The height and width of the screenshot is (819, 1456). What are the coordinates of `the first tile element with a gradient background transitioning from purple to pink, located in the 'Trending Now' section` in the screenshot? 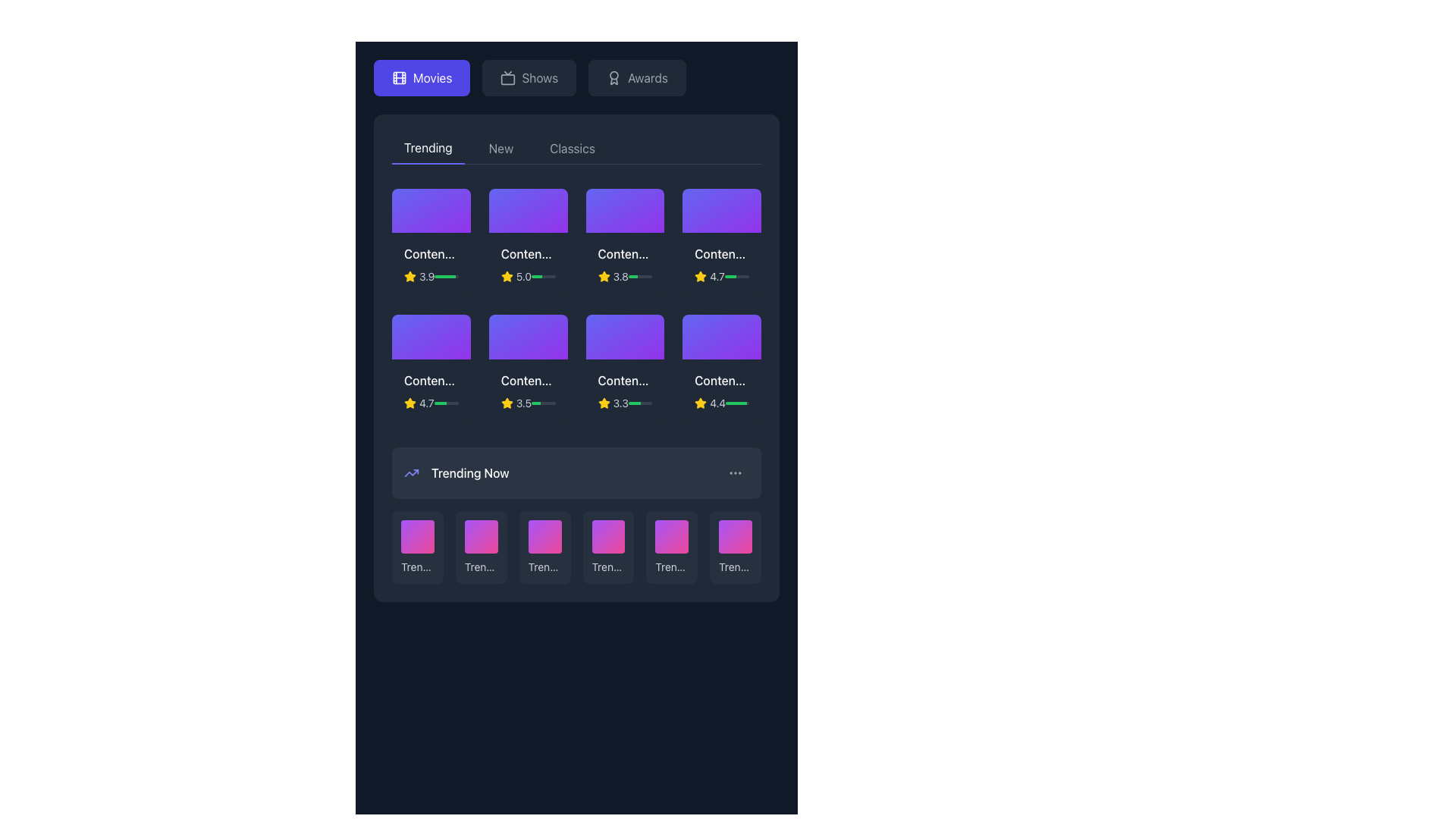 It's located at (417, 535).